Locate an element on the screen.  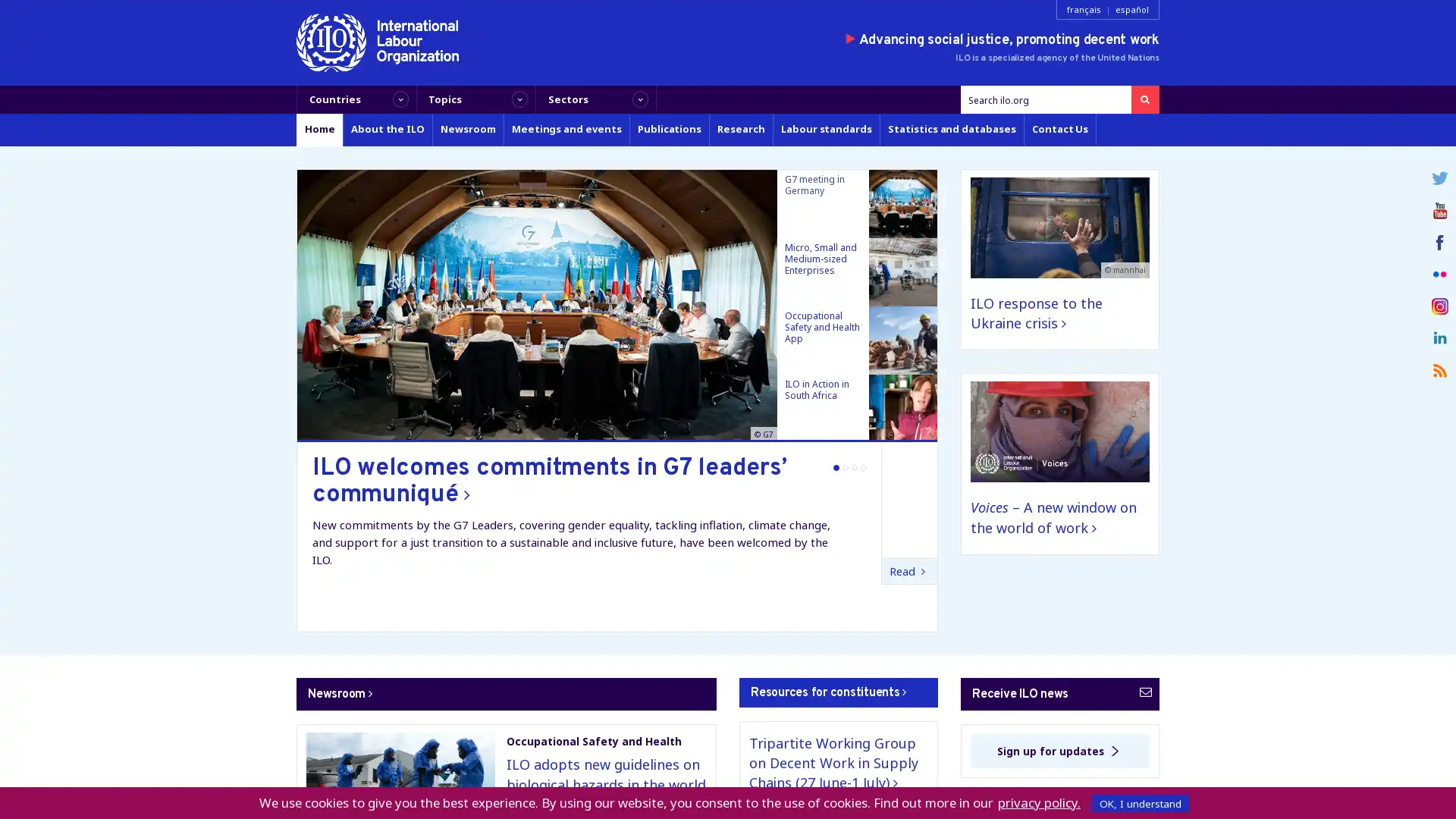
Sign up for updates is located at coordinates (1059, 751).